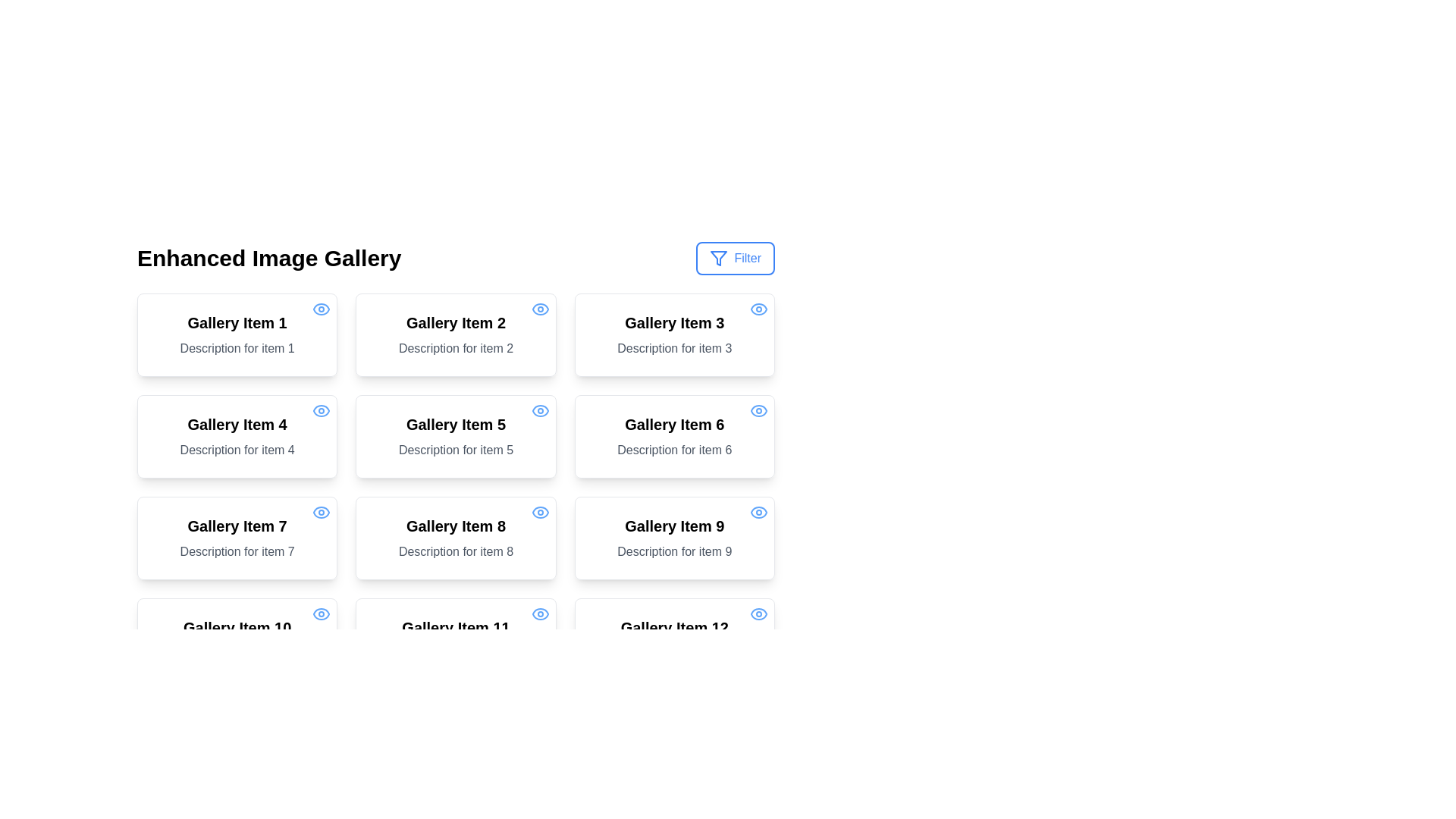  What do you see at coordinates (540, 411) in the screenshot?
I see `the blue eye icon located in the top-right corner of the 'Gallery Item 5' card` at bounding box center [540, 411].